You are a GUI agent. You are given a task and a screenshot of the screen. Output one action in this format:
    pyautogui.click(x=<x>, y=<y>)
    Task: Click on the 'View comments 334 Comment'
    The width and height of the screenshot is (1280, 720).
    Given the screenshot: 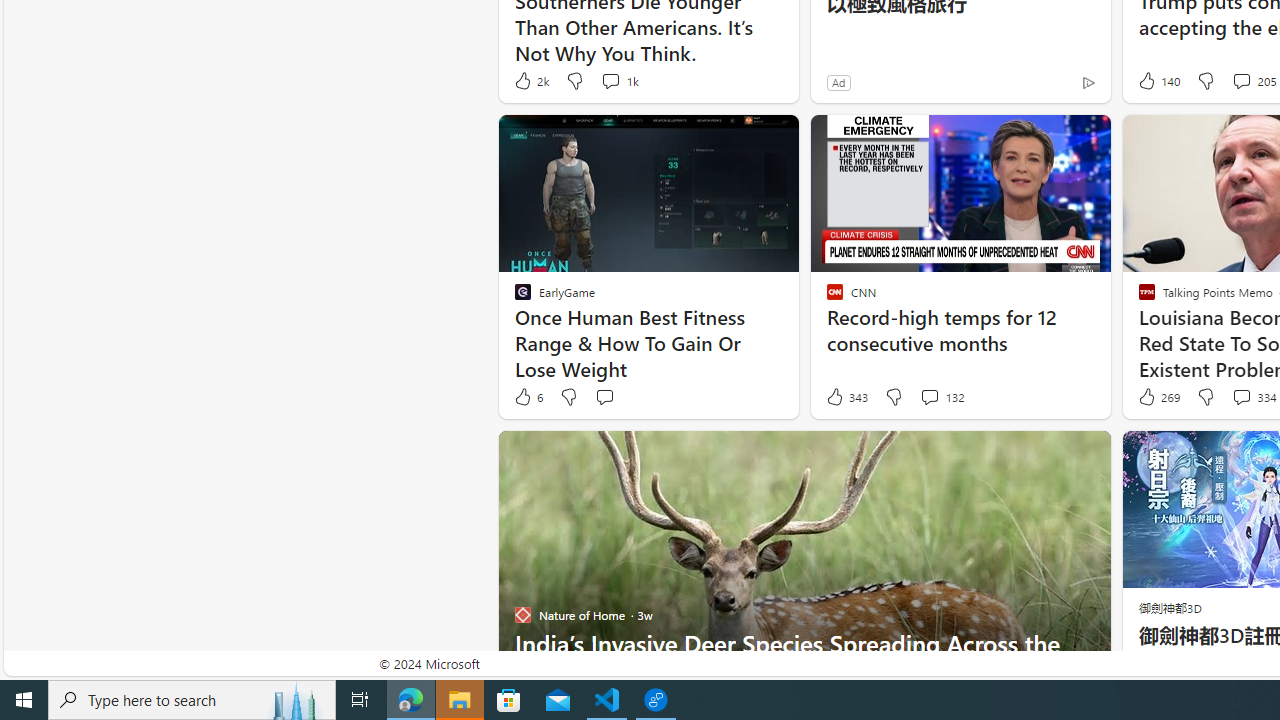 What is the action you would take?
    pyautogui.click(x=1240, y=397)
    